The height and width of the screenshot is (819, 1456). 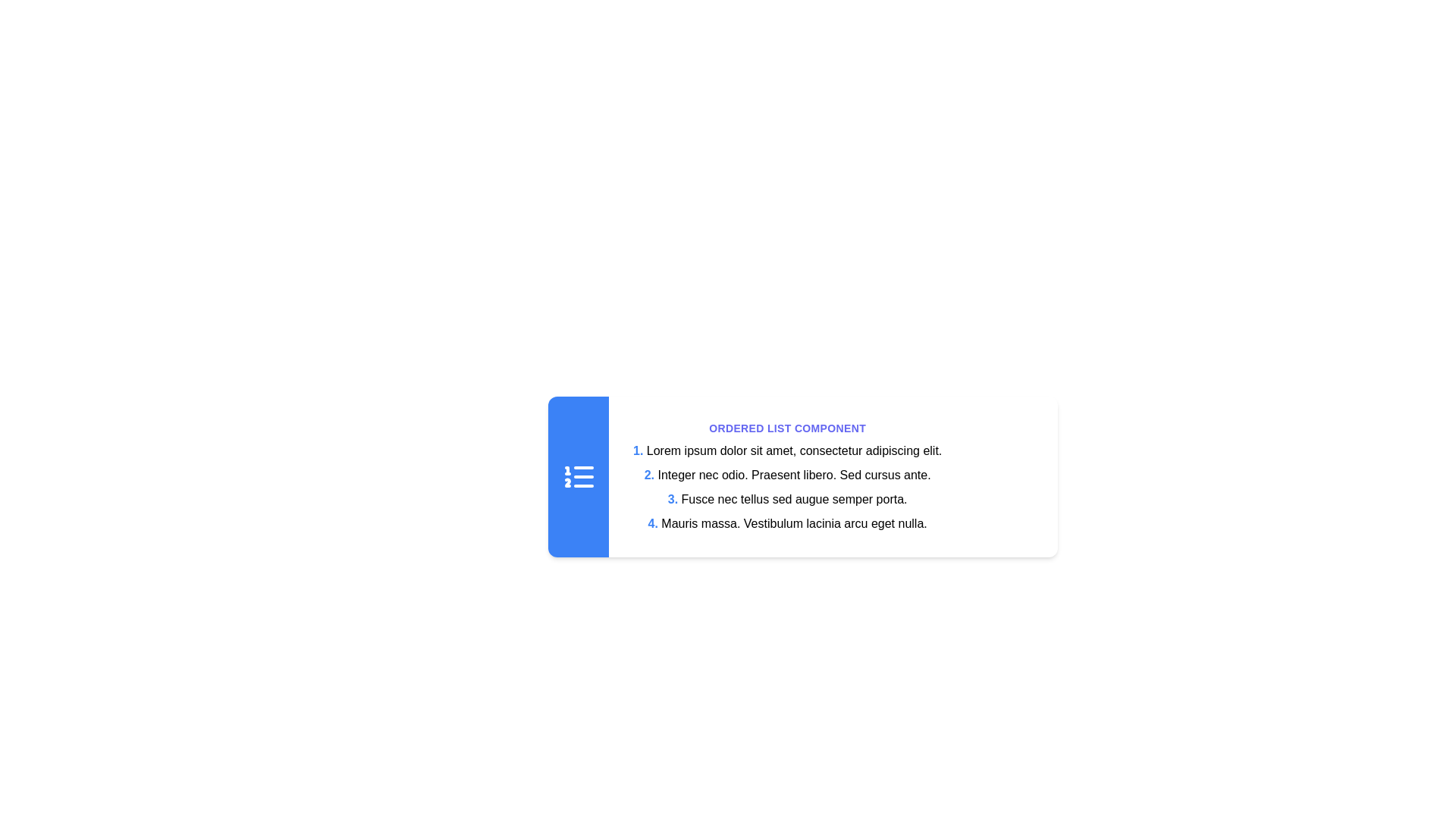 What do you see at coordinates (787, 428) in the screenshot?
I see `the Text Label that serves as a header for the content, located at the top of the numbered list` at bounding box center [787, 428].